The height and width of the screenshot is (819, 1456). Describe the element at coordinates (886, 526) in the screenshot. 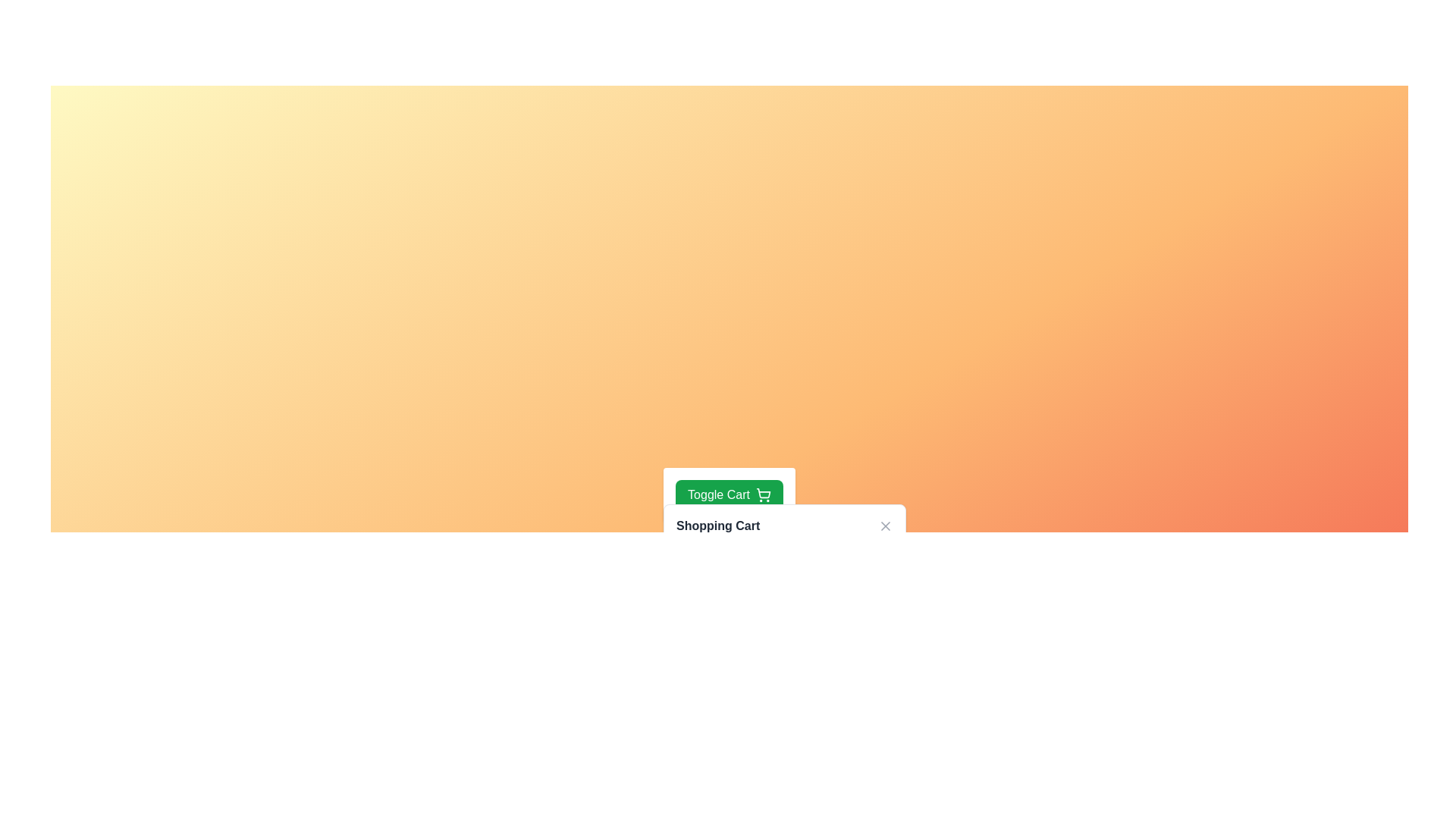

I see `the button located to the right of the 'Shopping Cart' text to change its visual state` at that location.